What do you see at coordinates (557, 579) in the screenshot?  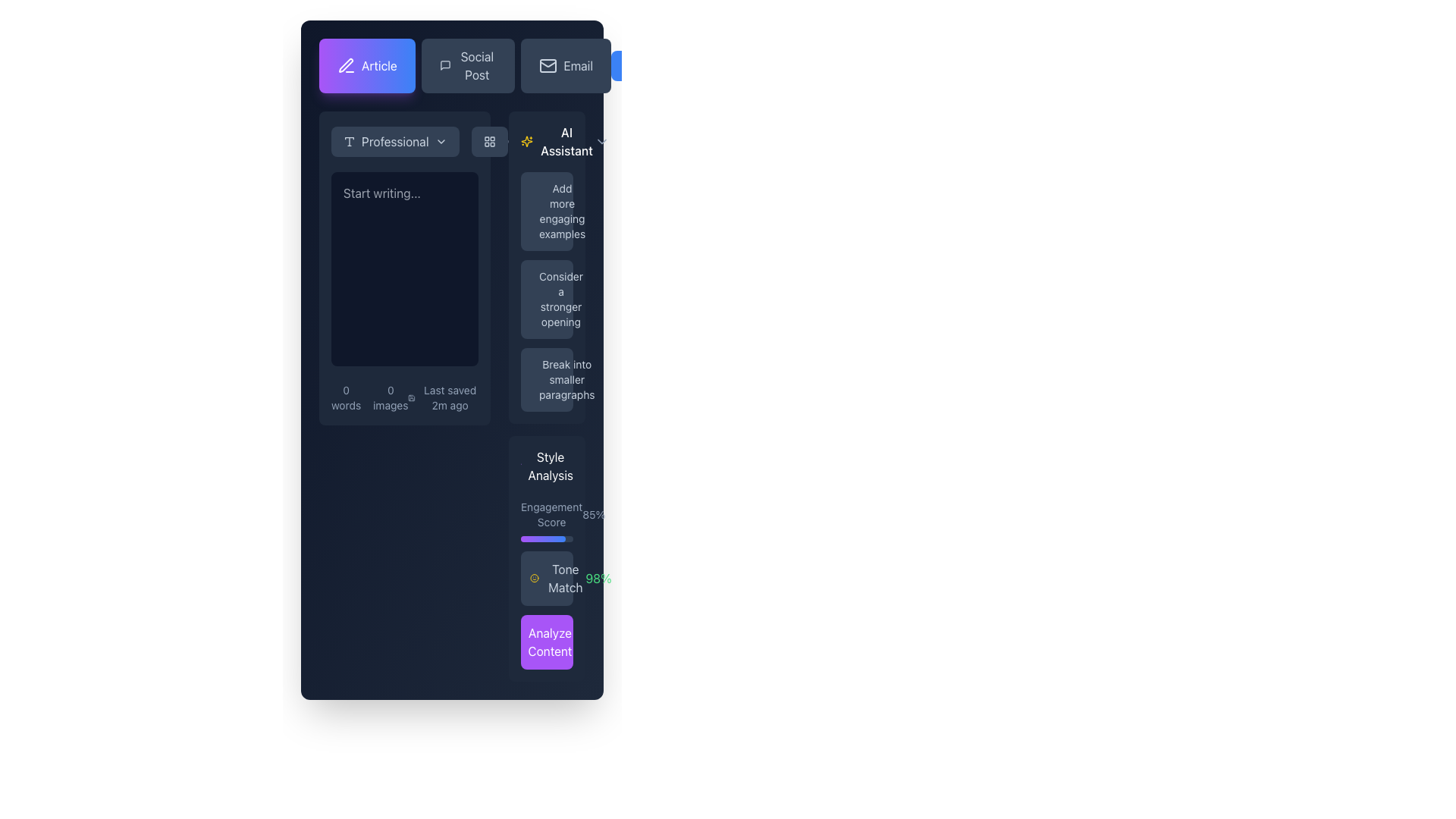 I see `the label-like UI element that features a smiling yellow emoji icon and the text 'Tone Match' in light gray, located in the 'Style Analysis' section of the card, above the '98%' text` at bounding box center [557, 579].